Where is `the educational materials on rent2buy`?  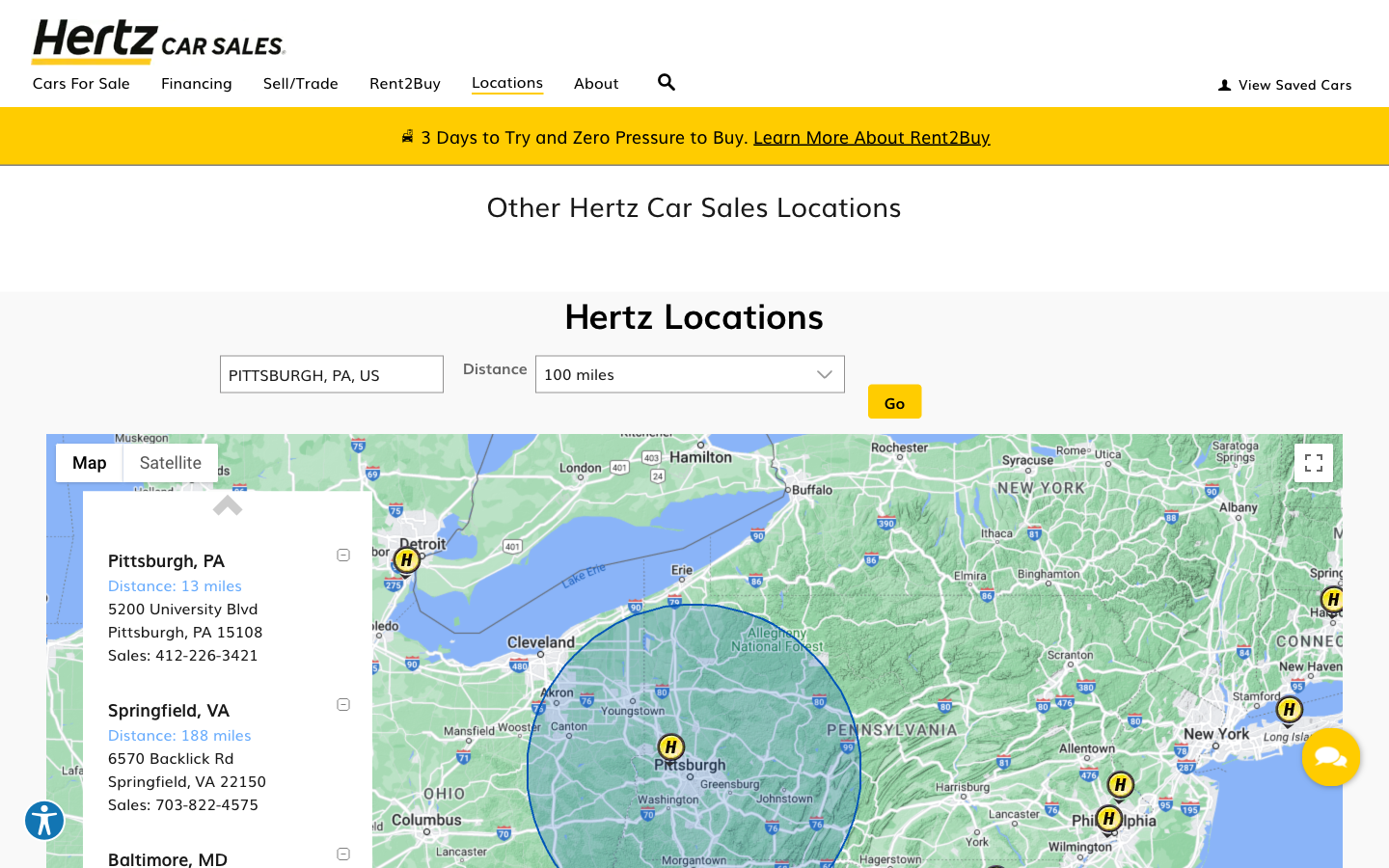 the educational materials on rent2buy is located at coordinates (872, 136).